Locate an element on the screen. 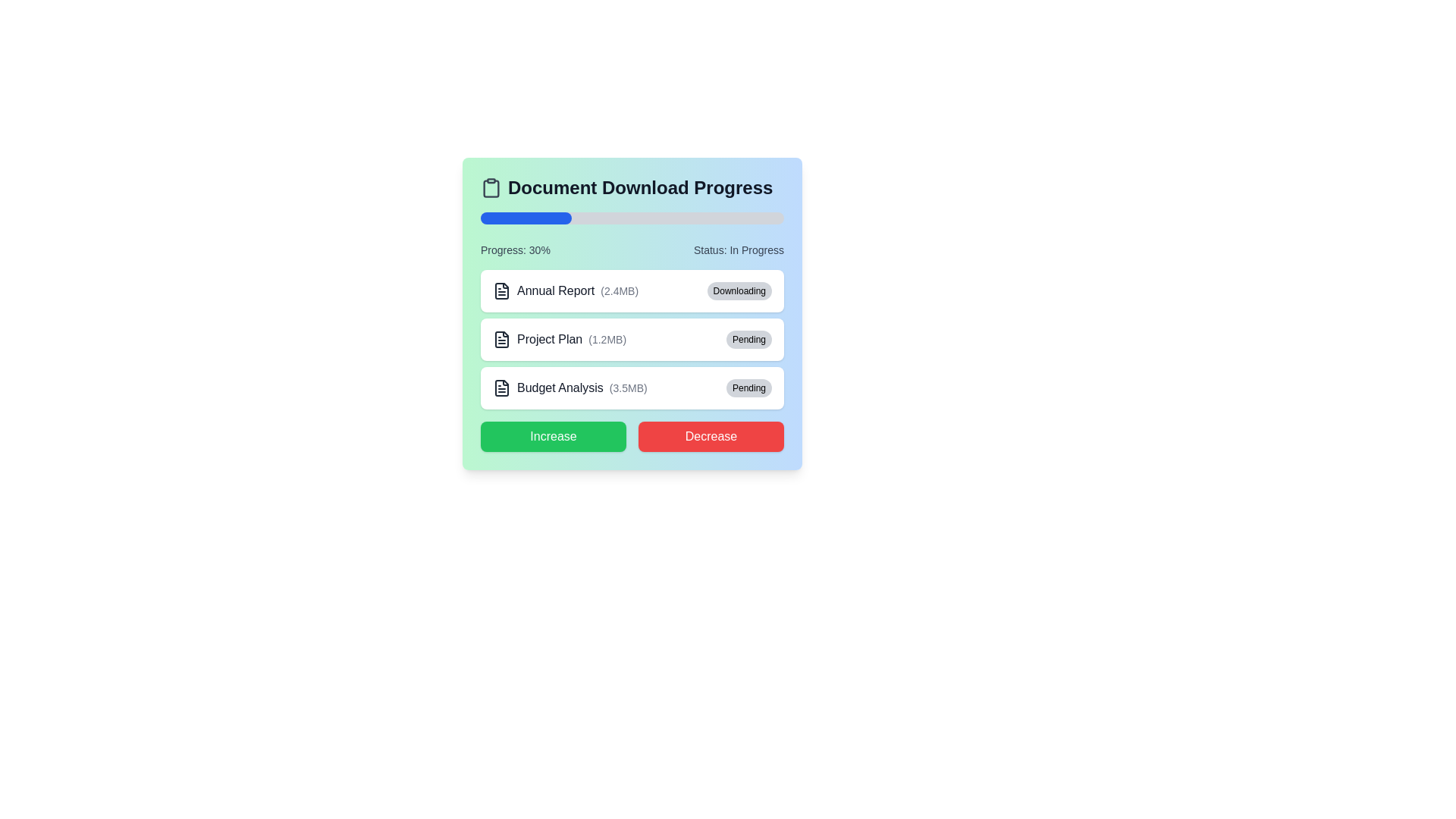  text label 'Project Plan' which is displayed in bold dark gray font, located below 'Annual Report (2.4MB)' and above 'Budget Analysis (3.5MB)' is located at coordinates (549, 338).